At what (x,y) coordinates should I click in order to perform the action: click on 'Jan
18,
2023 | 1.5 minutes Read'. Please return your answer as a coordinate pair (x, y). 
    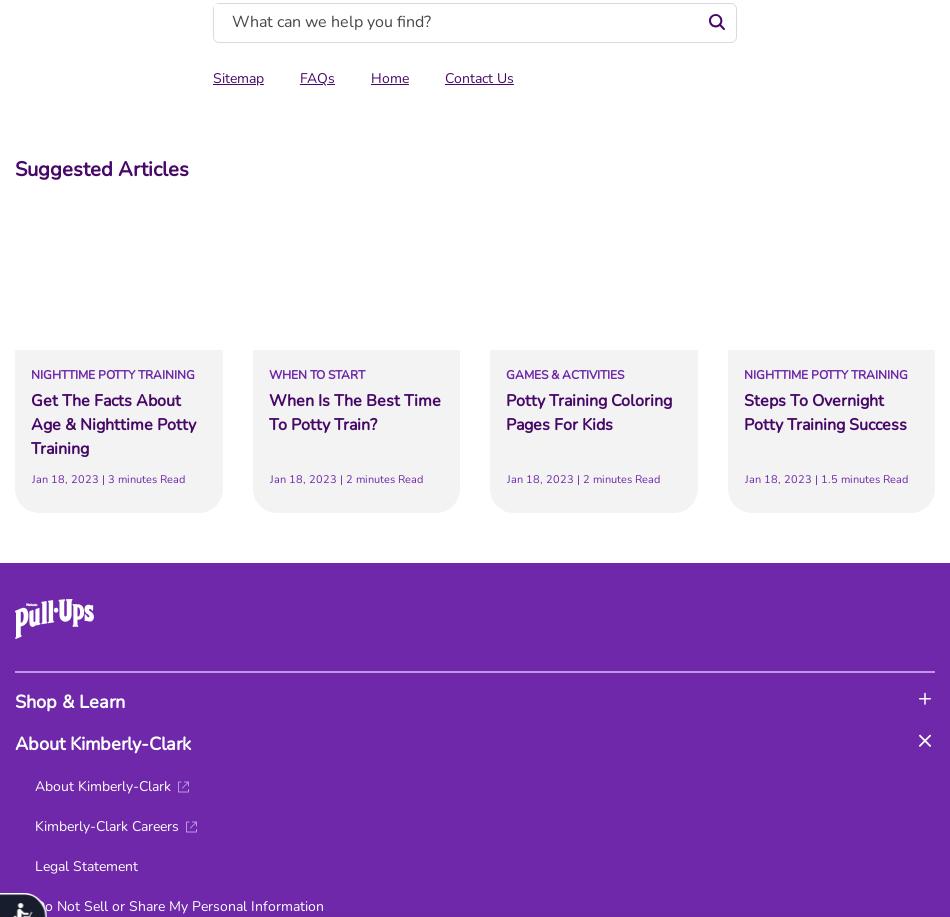
    Looking at the image, I should click on (824, 478).